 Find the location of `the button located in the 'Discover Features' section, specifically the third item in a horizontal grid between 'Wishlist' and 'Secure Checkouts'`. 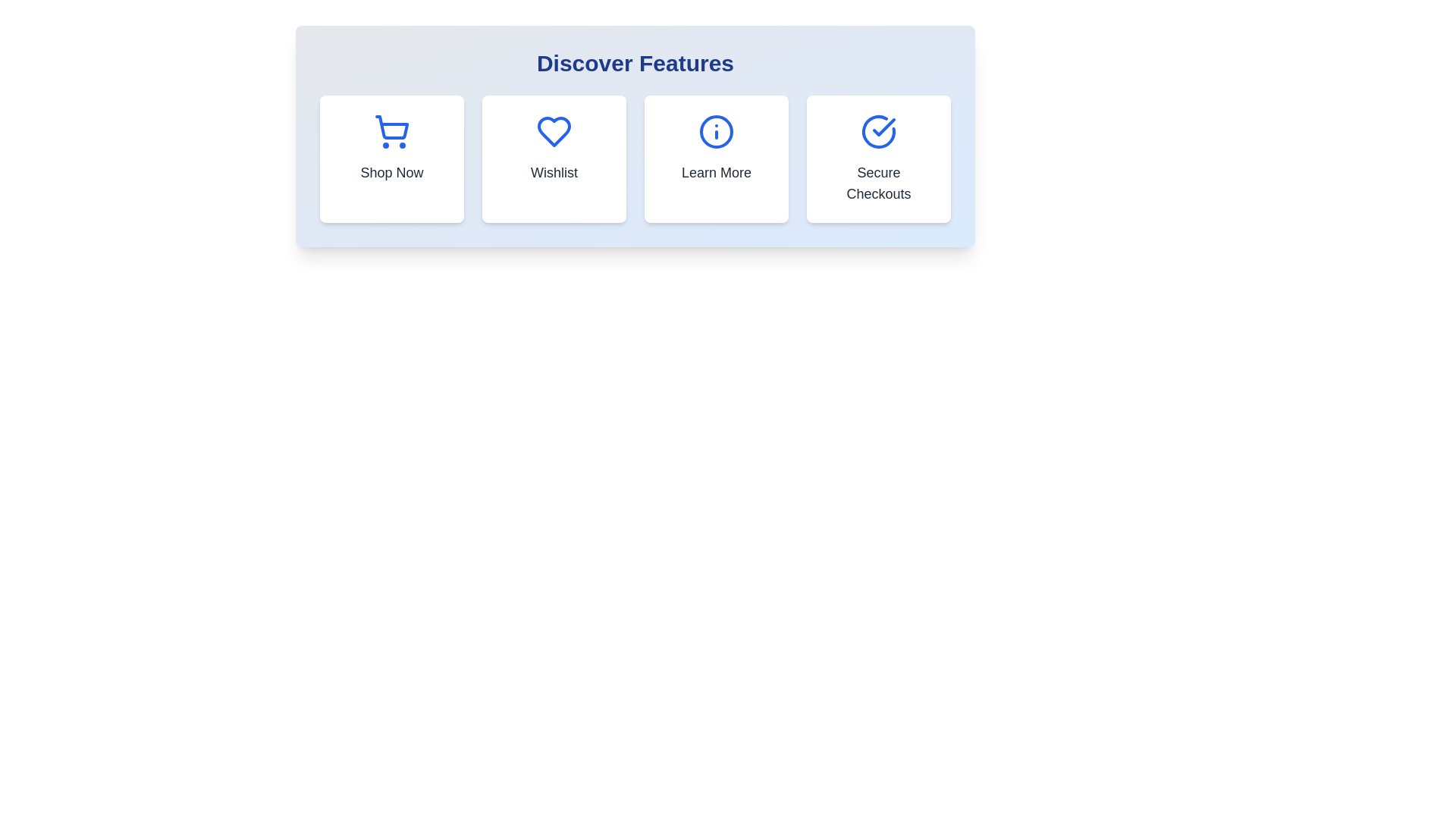

the button located in the 'Discover Features' section, specifically the third item in a horizontal grid between 'Wishlist' and 'Secure Checkouts' is located at coordinates (716, 158).